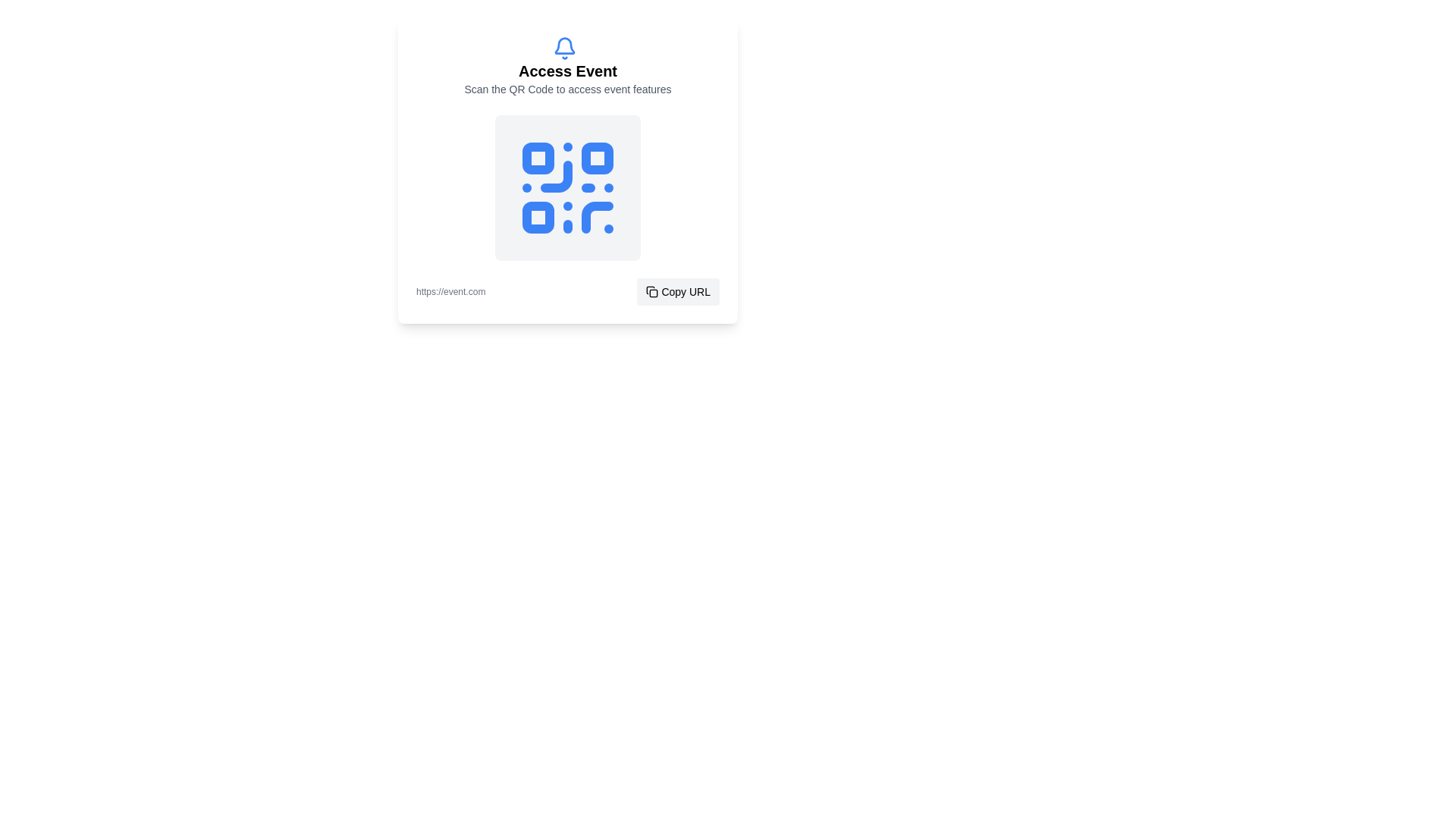 The image size is (1456, 819). Describe the element at coordinates (652, 292) in the screenshot. I see `the small icon representing two overlapping squares, which is the leftmost component of the 'Copy URL' button located at the bottom-right corner of the main card interface` at that location.